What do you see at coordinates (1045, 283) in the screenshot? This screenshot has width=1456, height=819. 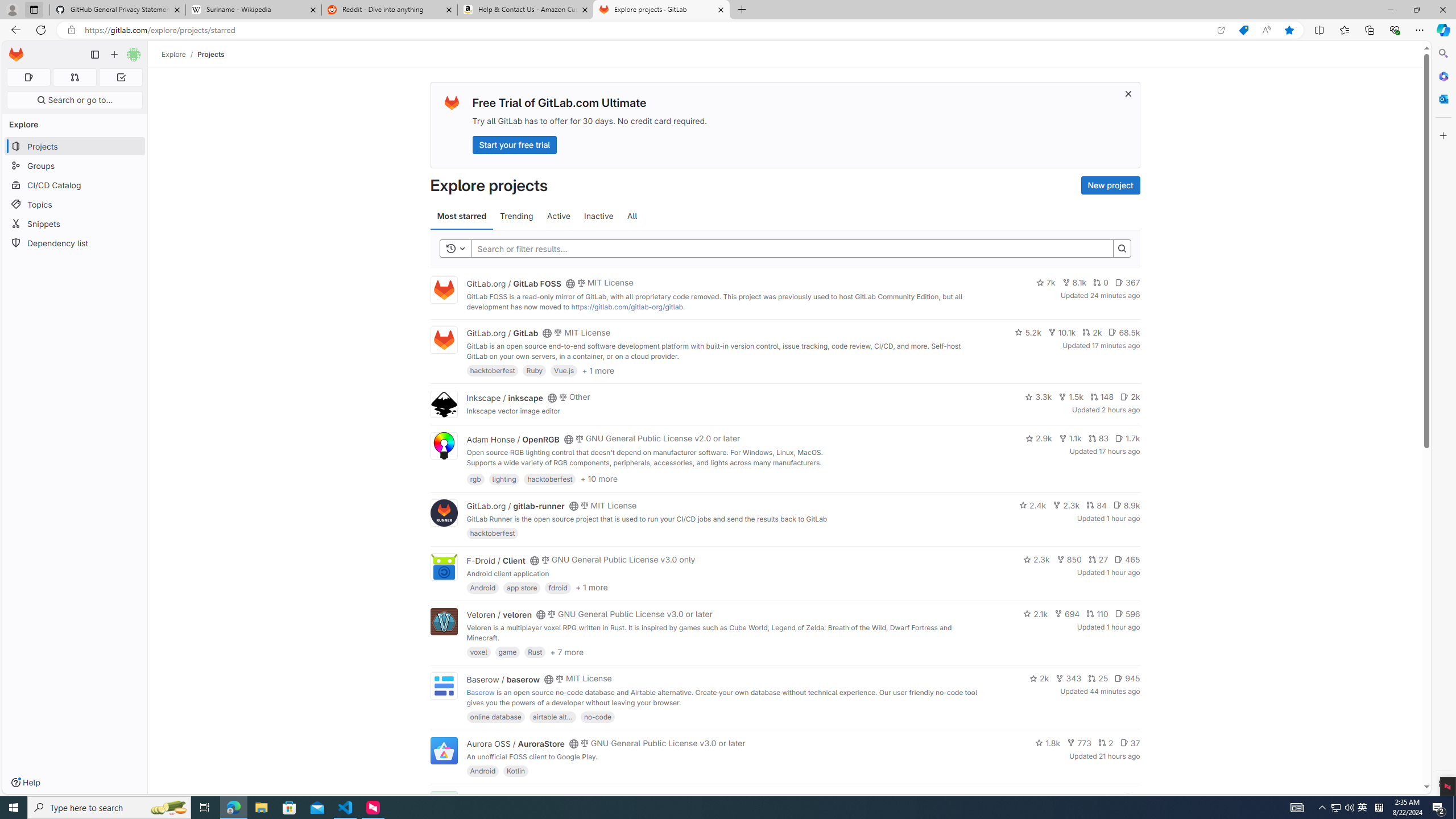 I see `'7k'` at bounding box center [1045, 283].